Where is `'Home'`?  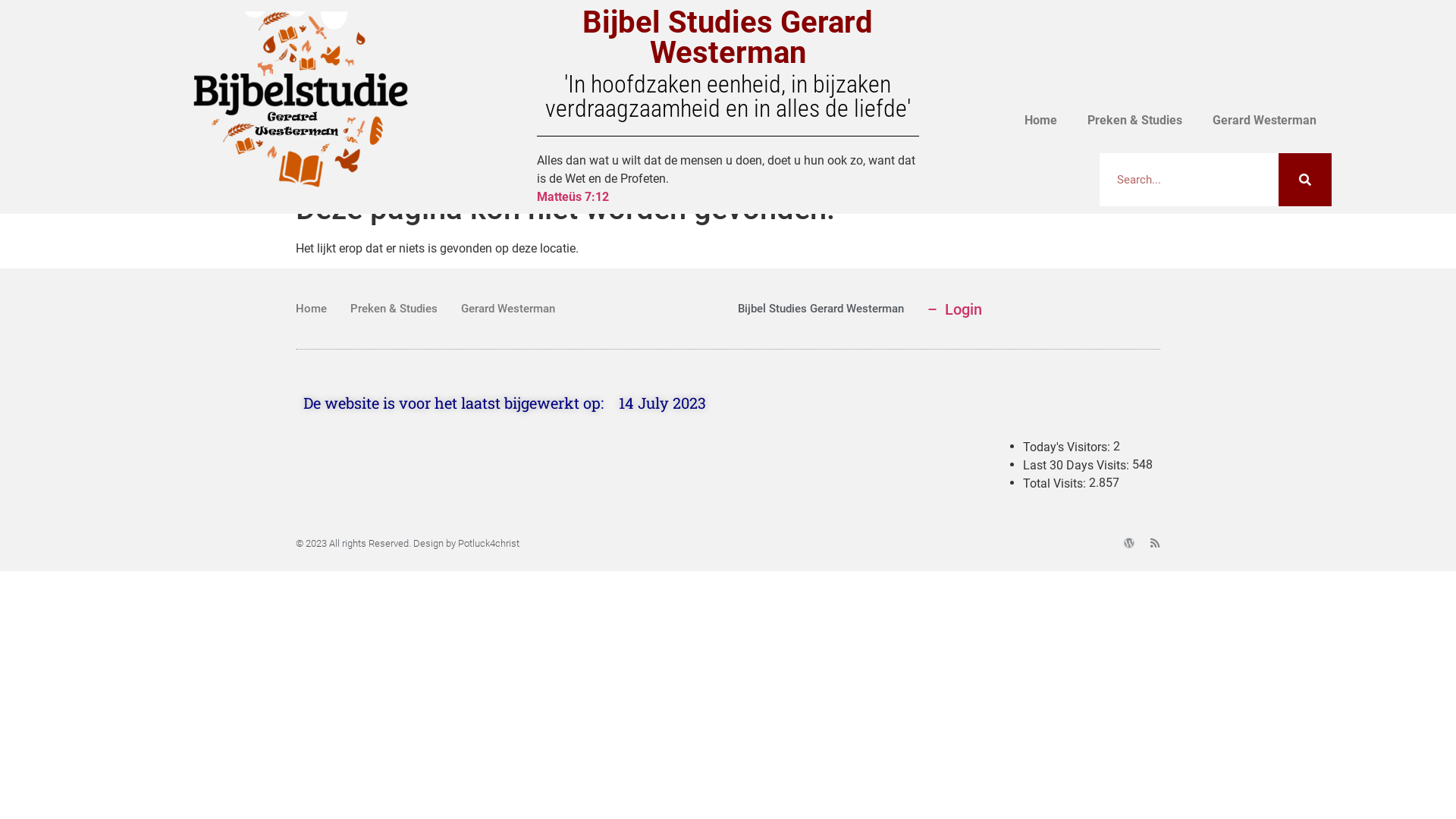 'Home' is located at coordinates (310, 308).